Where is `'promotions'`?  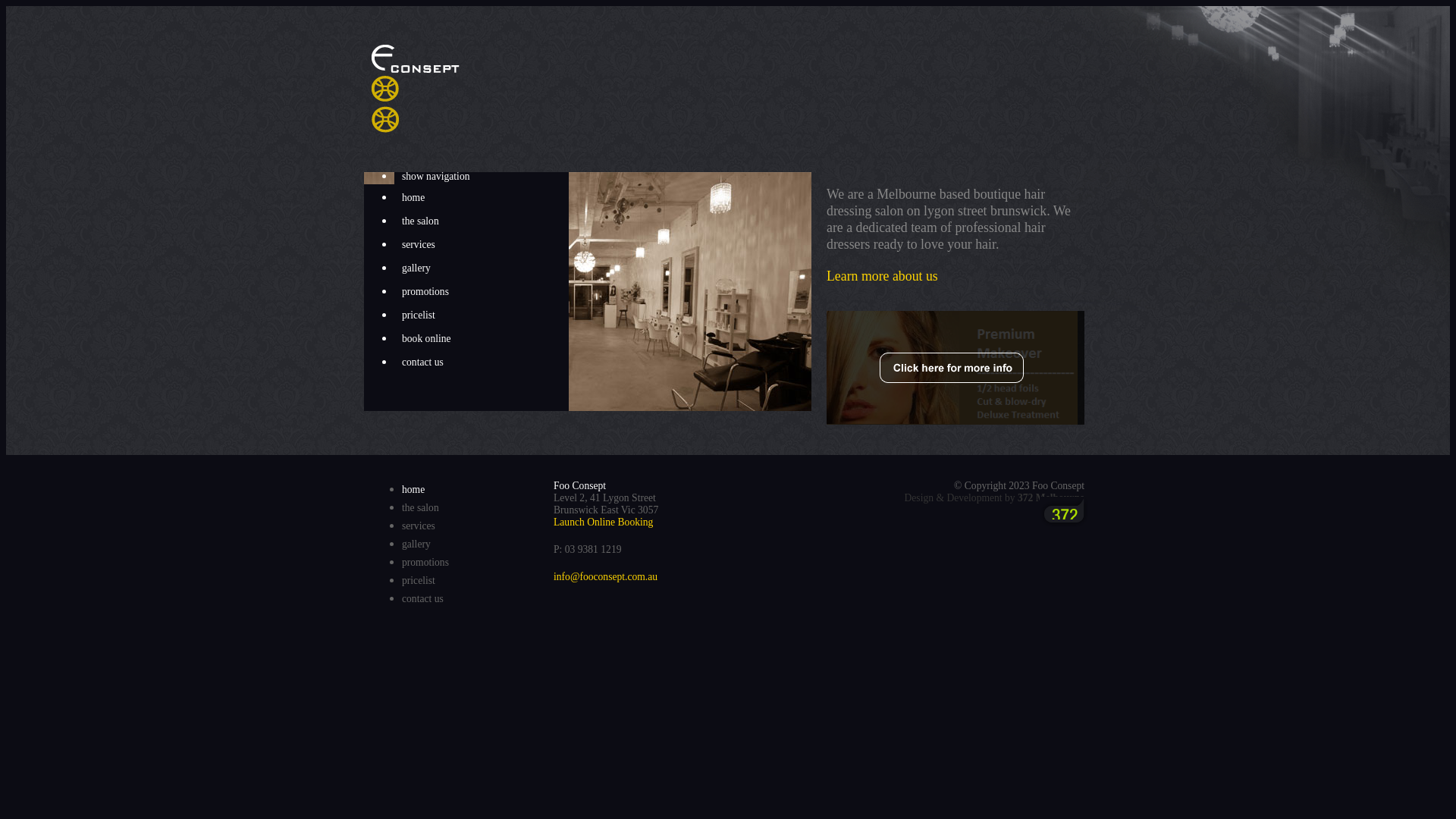 'promotions' is located at coordinates (480, 292).